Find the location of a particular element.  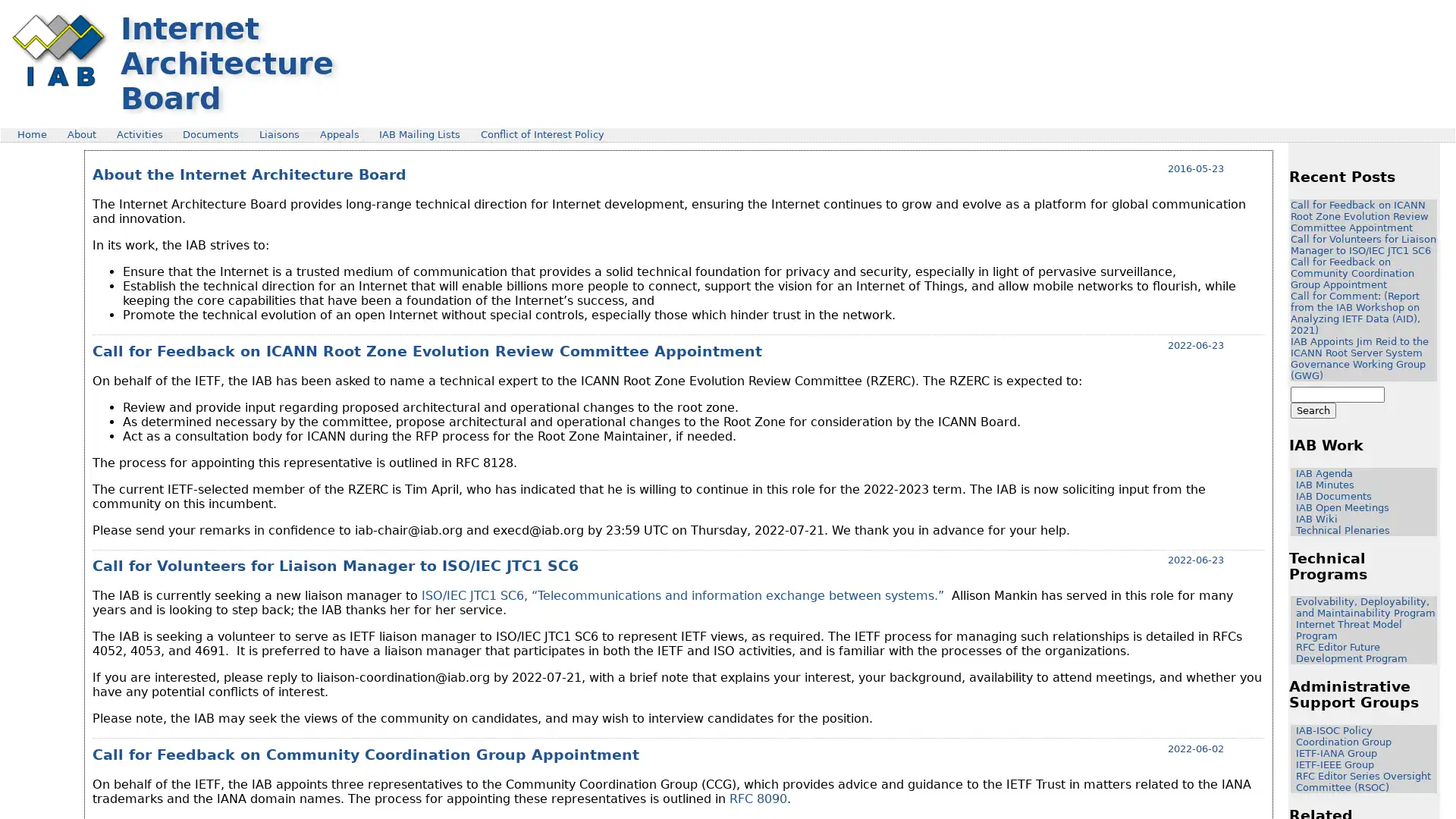

Search is located at coordinates (1313, 410).